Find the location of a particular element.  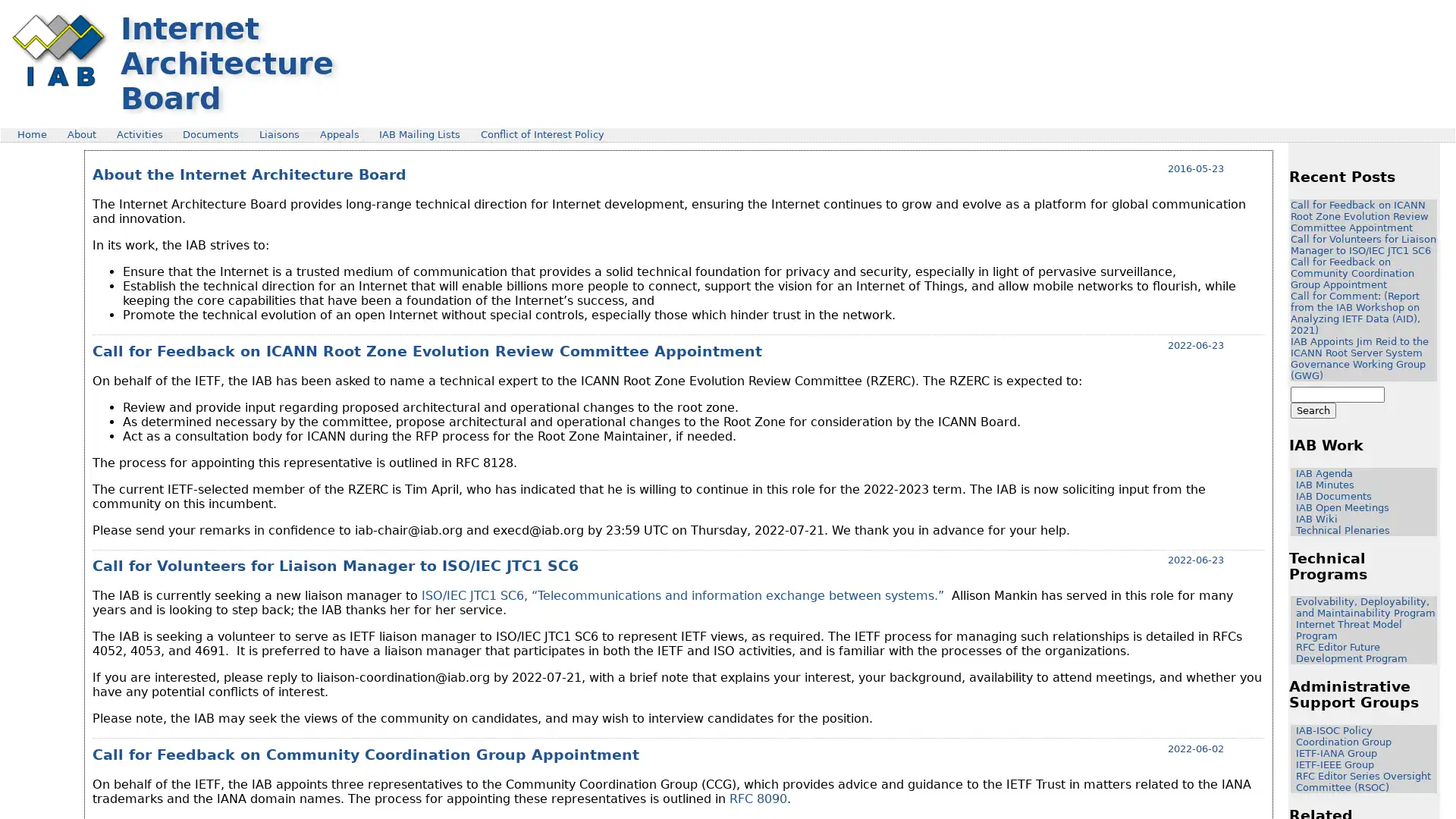

Search is located at coordinates (1313, 410).